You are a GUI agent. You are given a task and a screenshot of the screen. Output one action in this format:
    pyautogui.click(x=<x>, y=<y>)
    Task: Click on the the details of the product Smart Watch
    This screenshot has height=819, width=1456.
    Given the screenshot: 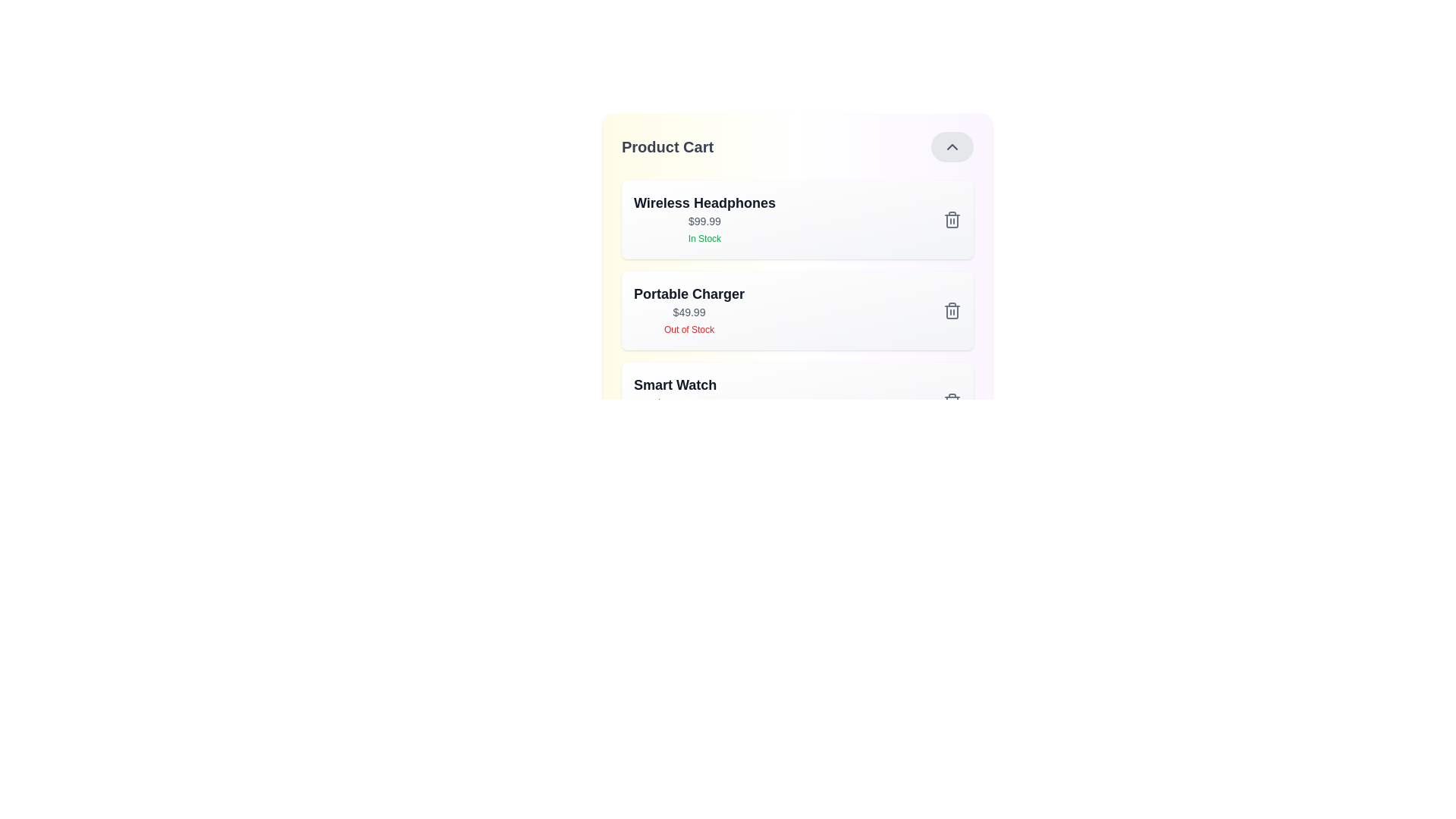 What is the action you would take?
    pyautogui.click(x=674, y=400)
    